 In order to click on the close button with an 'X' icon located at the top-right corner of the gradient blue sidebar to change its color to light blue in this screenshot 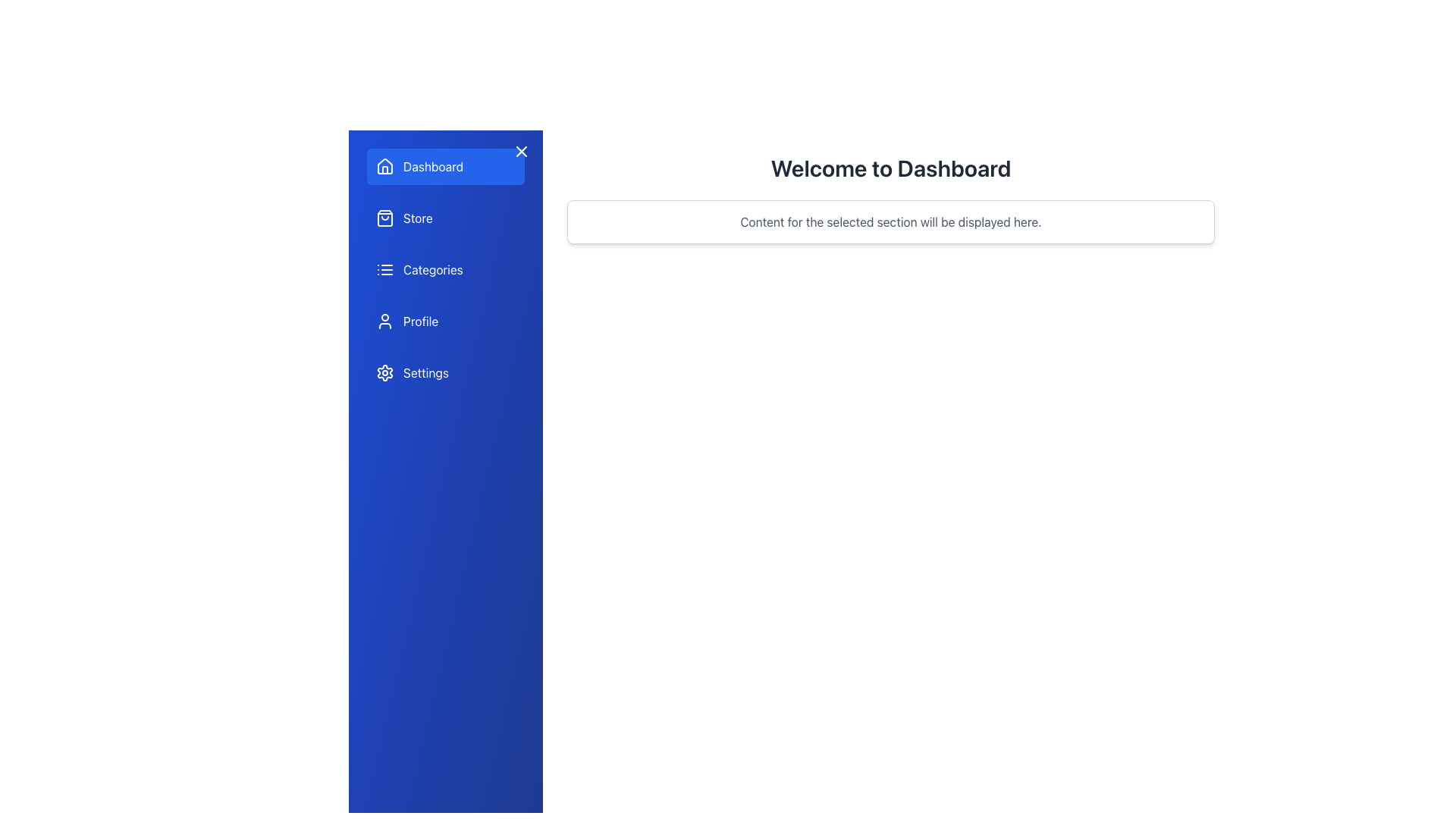, I will do `click(521, 152)`.